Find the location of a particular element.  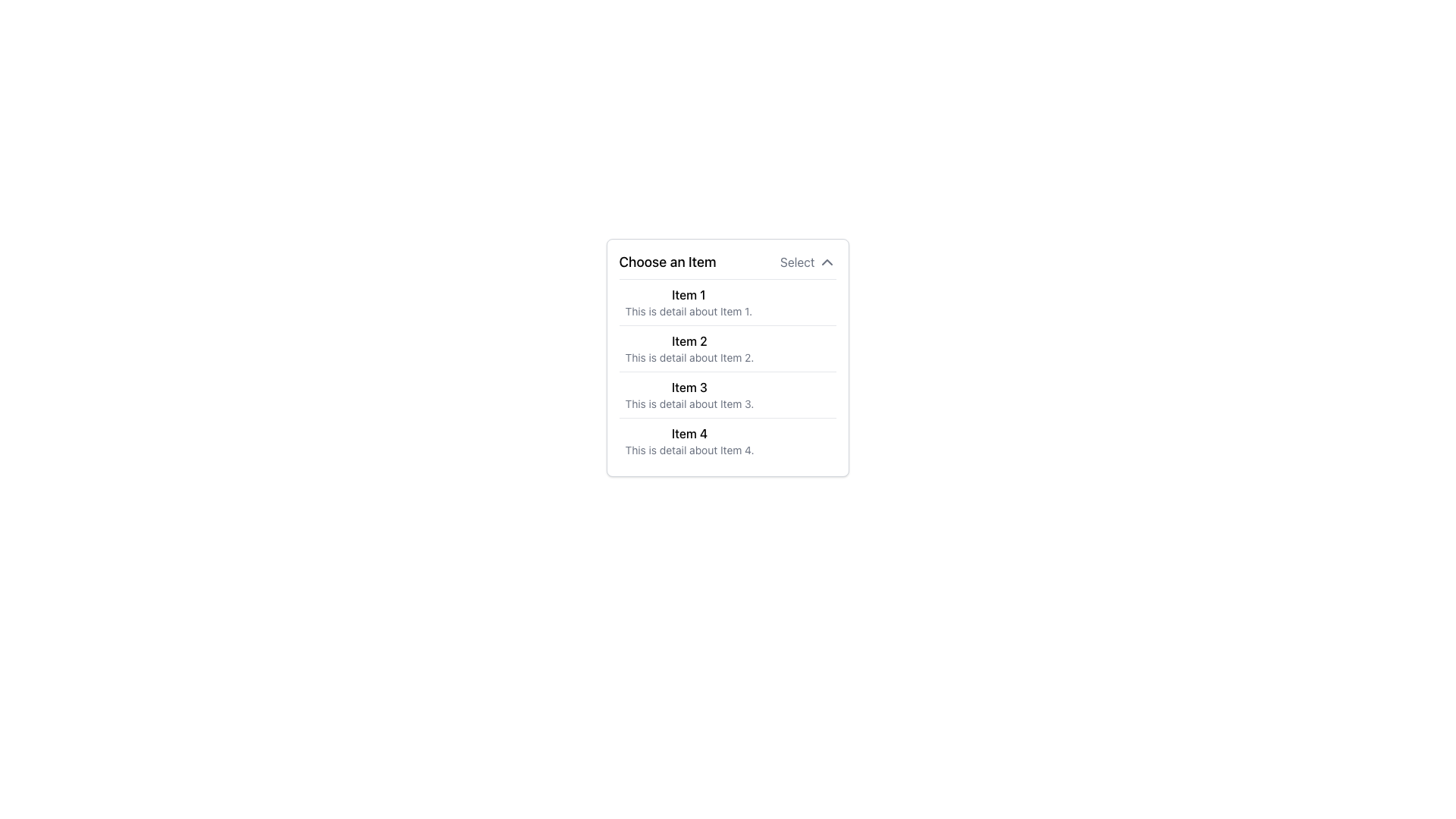

the first list item element titled 'Item 1' within the dropdown menu under 'Choose an Item' is located at coordinates (688, 302).